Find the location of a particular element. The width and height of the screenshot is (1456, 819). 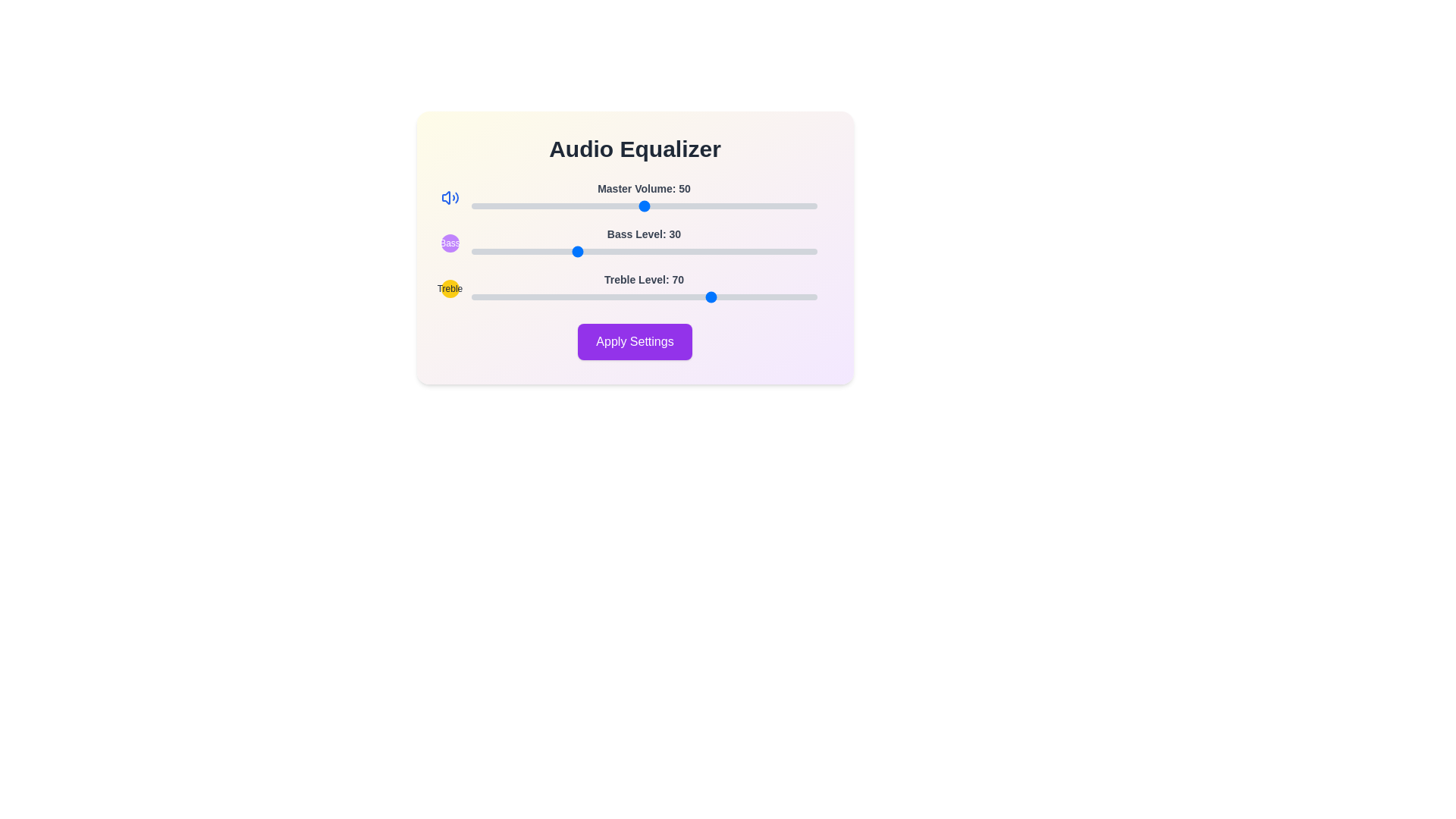

Treble Level is located at coordinates (761, 297).